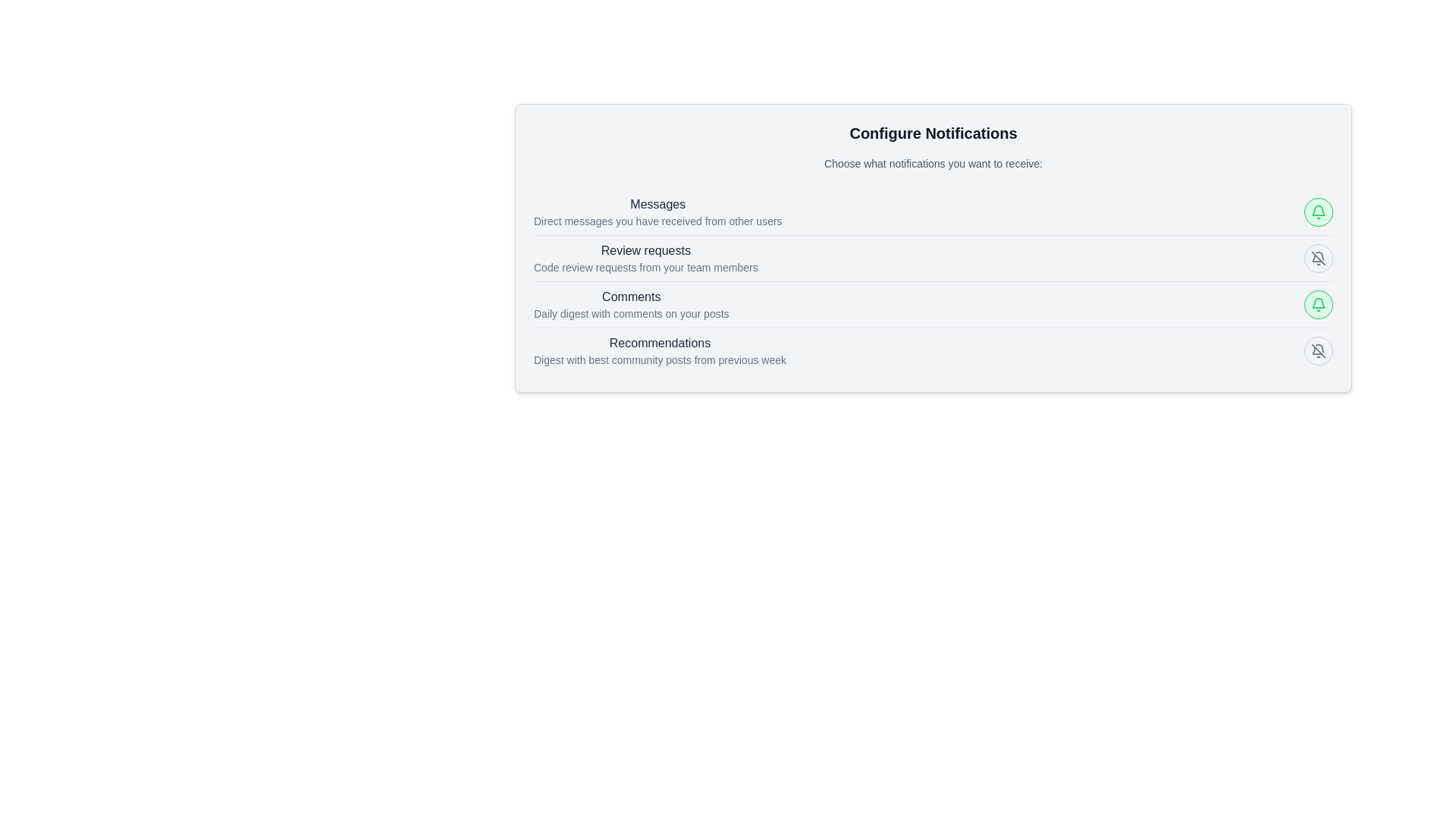 The height and width of the screenshot is (819, 1456). What do you see at coordinates (645, 250) in the screenshot?
I see `the header text label that informs the user about notification preferences, which is positioned above the phrase 'Code review requests from your team members' within the 'Configure Notifications' section` at bounding box center [645, 250].